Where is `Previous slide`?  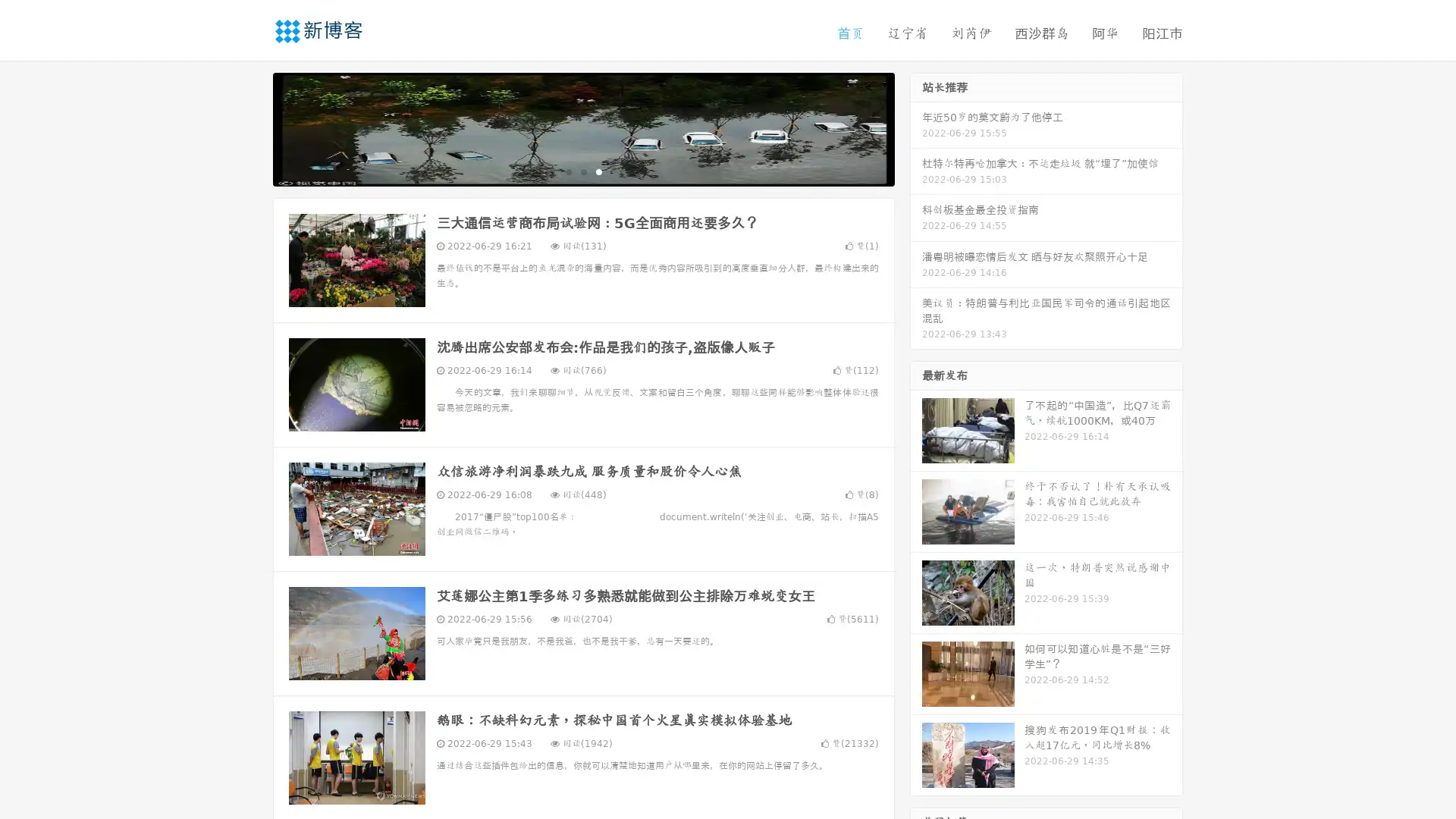 Previous slide is located at coordinates (250, 127).